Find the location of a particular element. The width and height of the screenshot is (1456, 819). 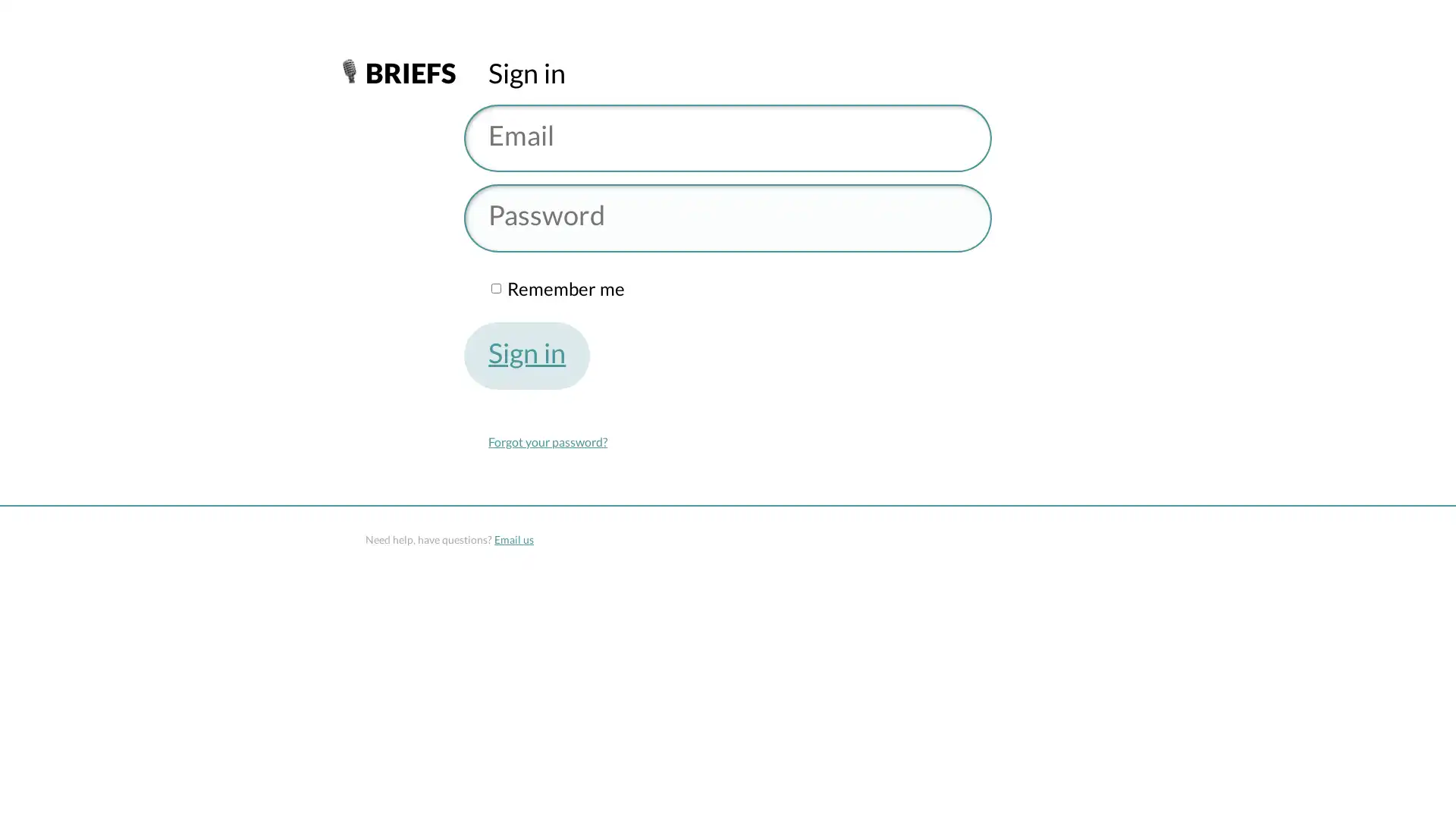

Sign in is located at coordinates (527, 356).